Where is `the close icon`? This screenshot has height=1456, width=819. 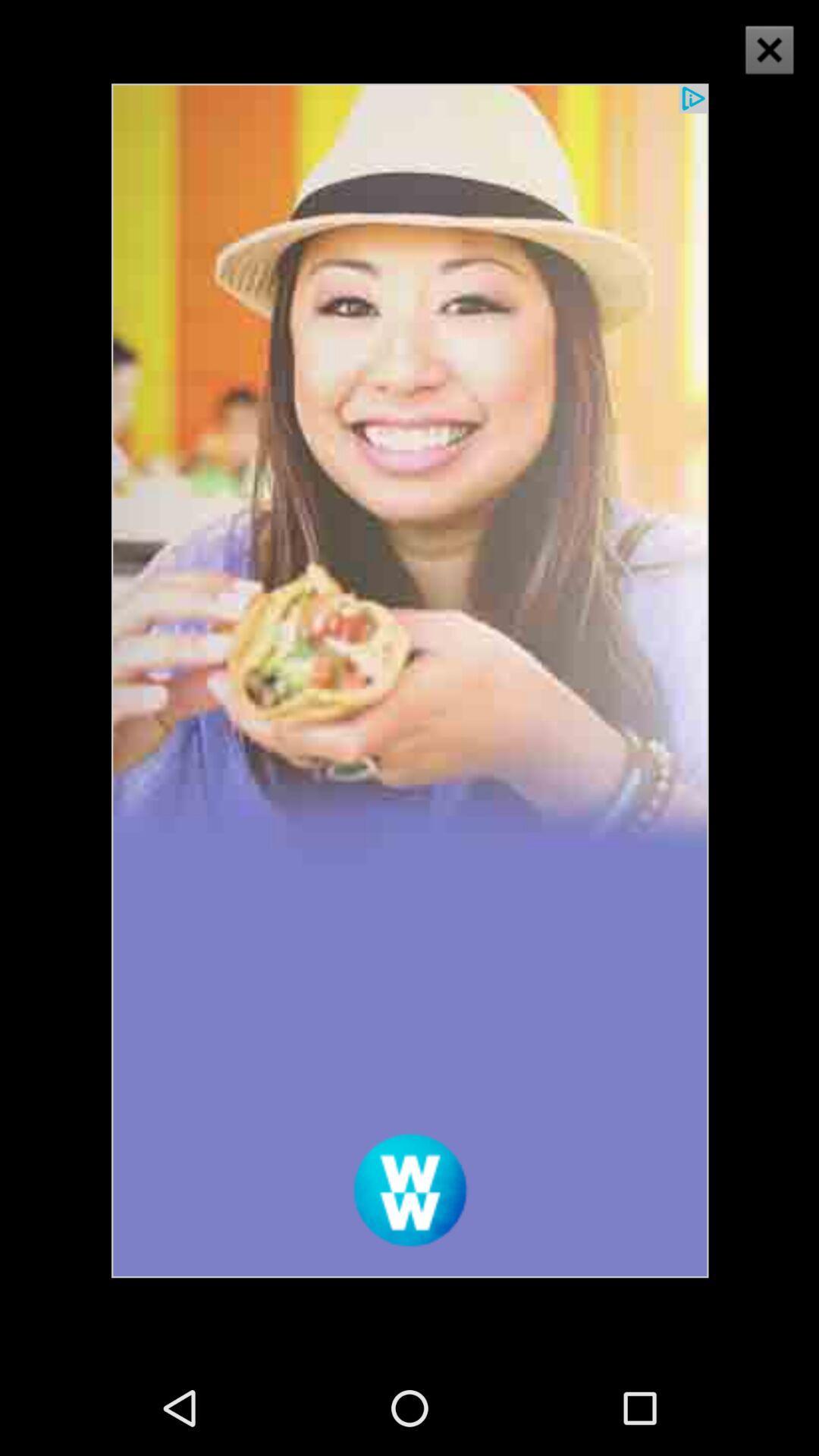 the close icon is located at coordinates (769, 53).